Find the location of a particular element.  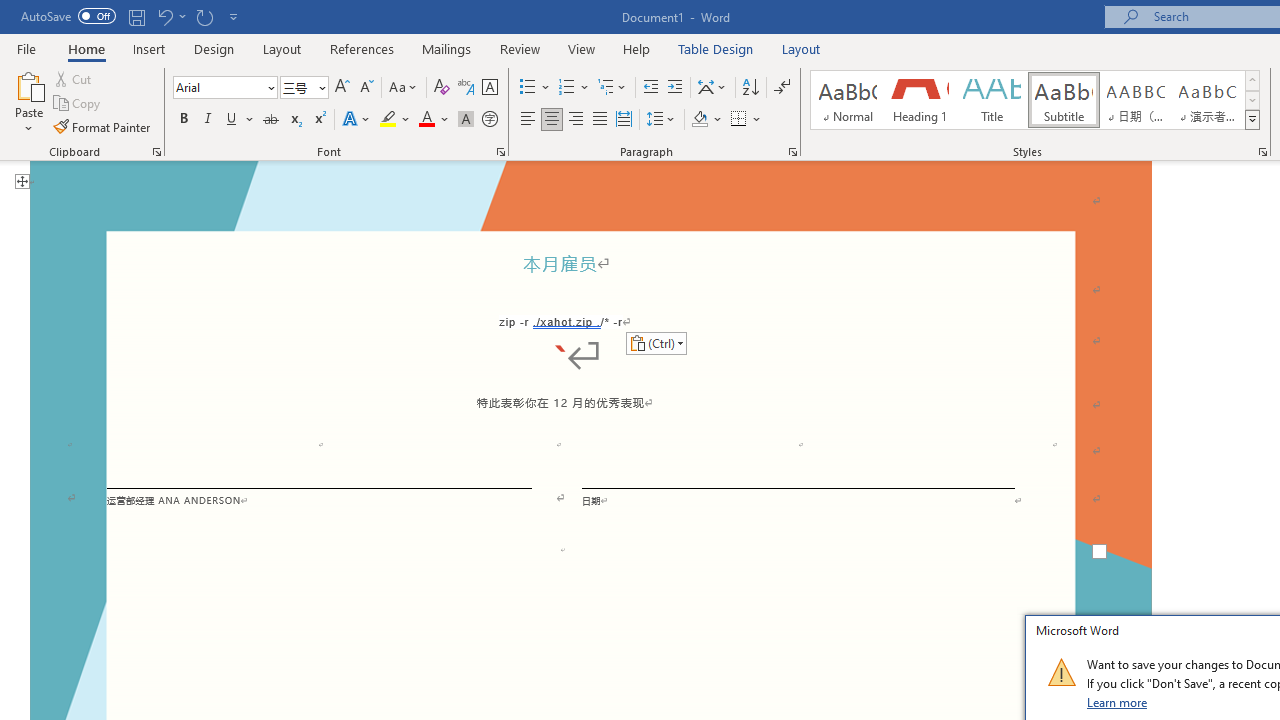

'Font Size' is located at coordinates (303, 86).